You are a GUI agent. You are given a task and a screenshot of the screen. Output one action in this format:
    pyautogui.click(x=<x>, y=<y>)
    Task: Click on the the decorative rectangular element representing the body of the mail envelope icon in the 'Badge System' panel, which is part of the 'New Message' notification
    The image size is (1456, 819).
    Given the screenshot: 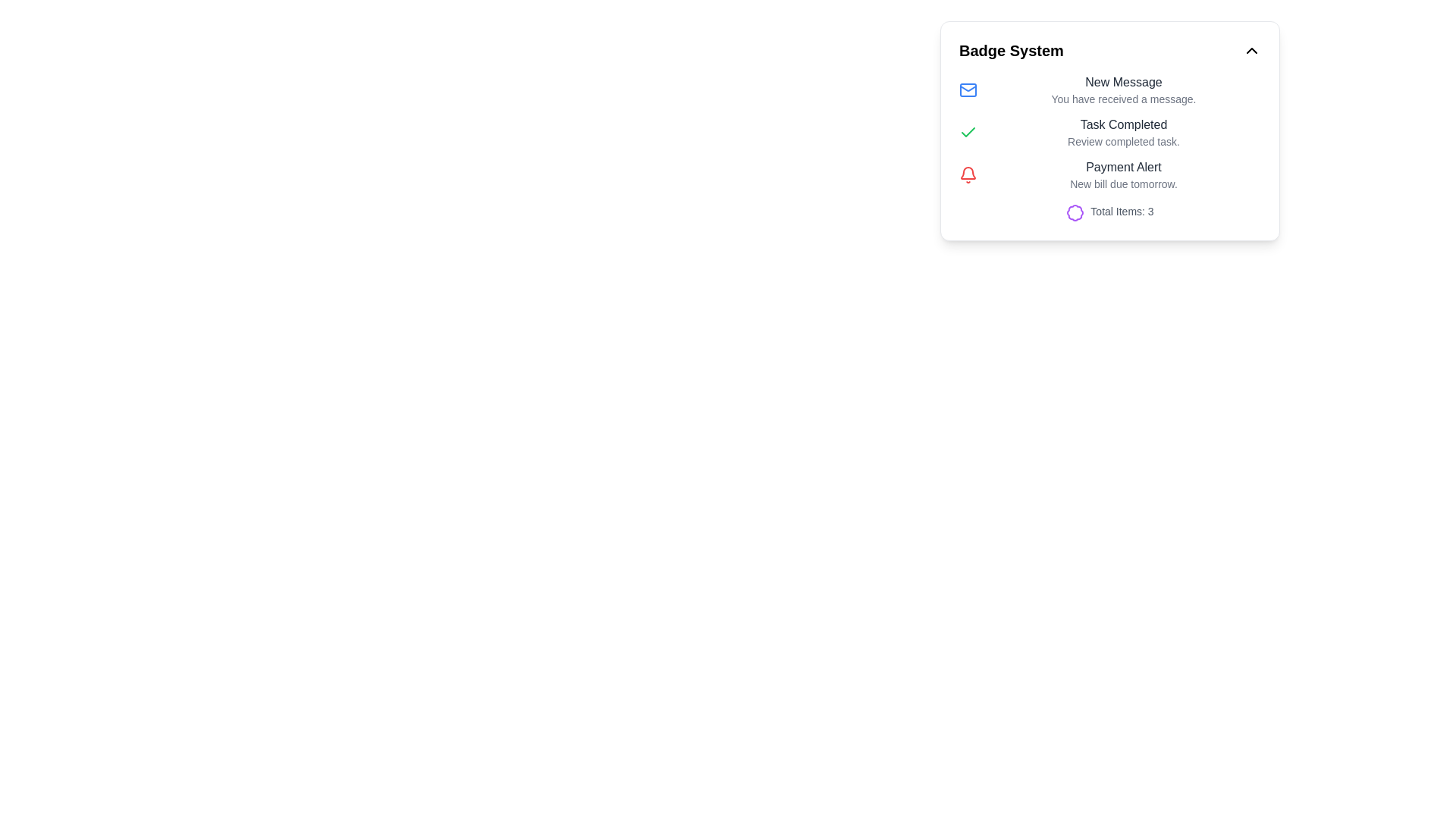 What is the action you would take?
    pyautogui.click(x=967, y=90)
    